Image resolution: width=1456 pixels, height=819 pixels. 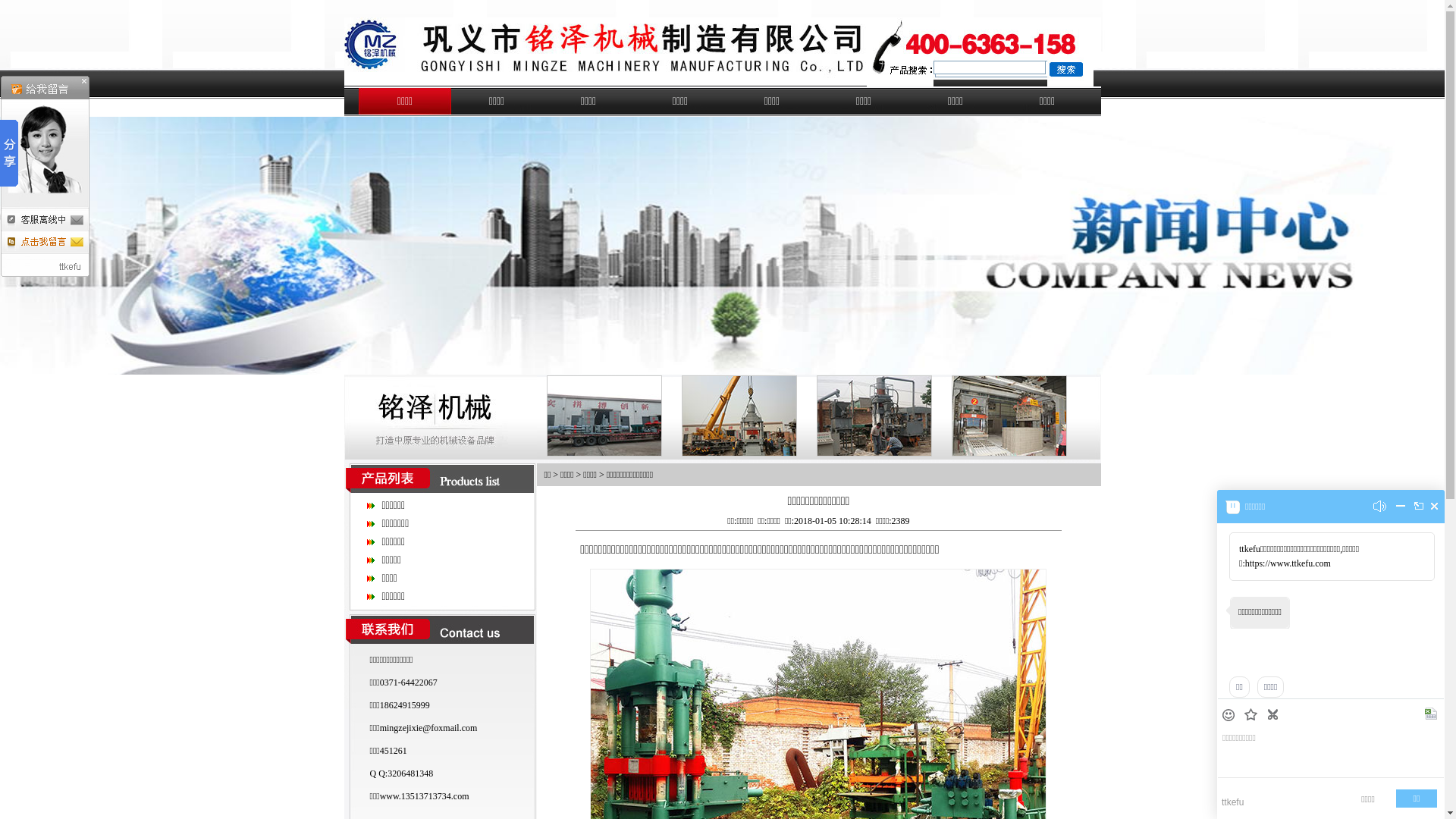 I want to click on 'https://www.ttkefu.com', so click(x=1287, y=563).